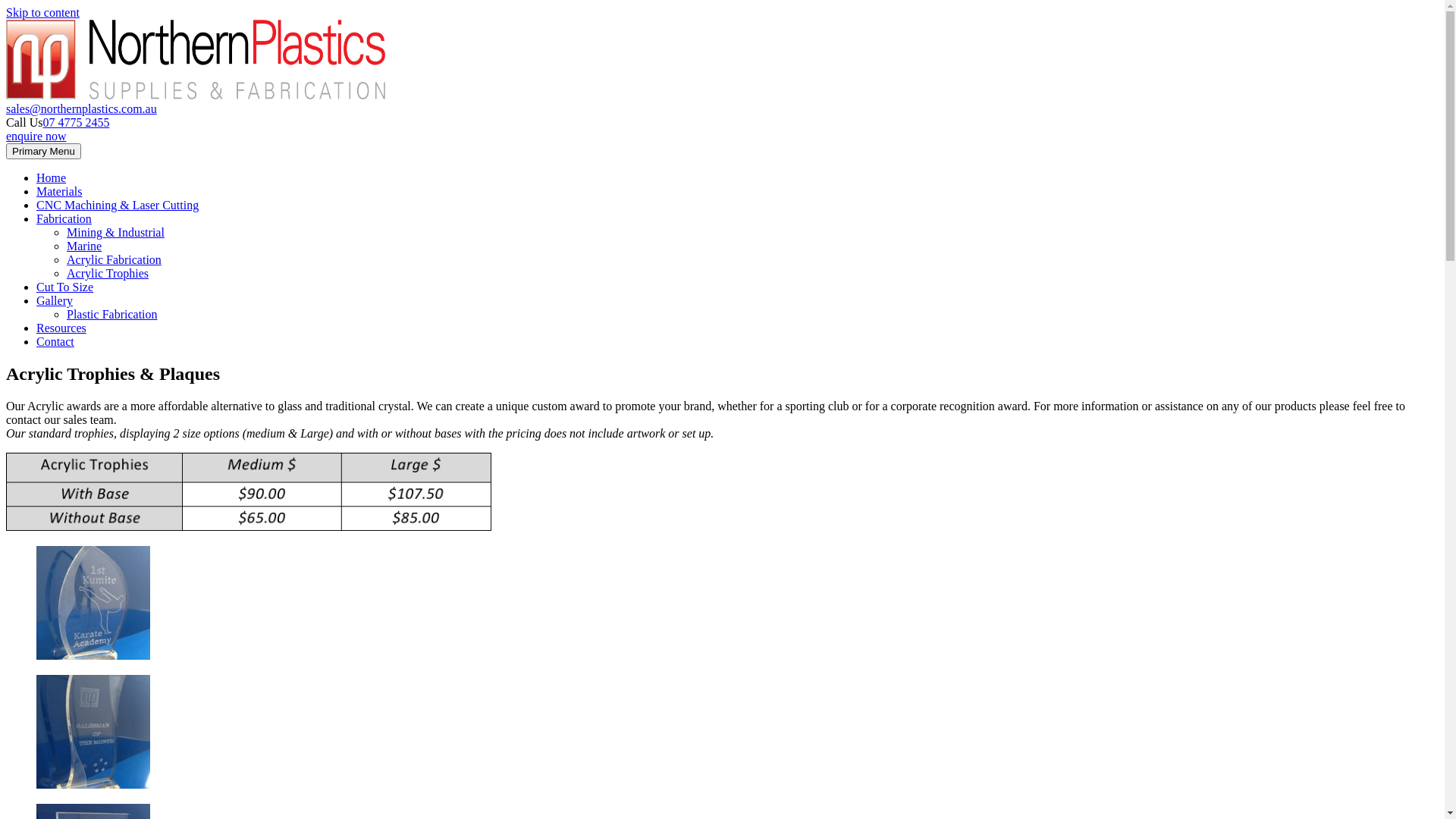 The height and width of the screenshot is (819, 1456). What do you see at coordinates (42, 12) in the screenshot?
I see `'Skip to content'` at bounding box center [42, 12].